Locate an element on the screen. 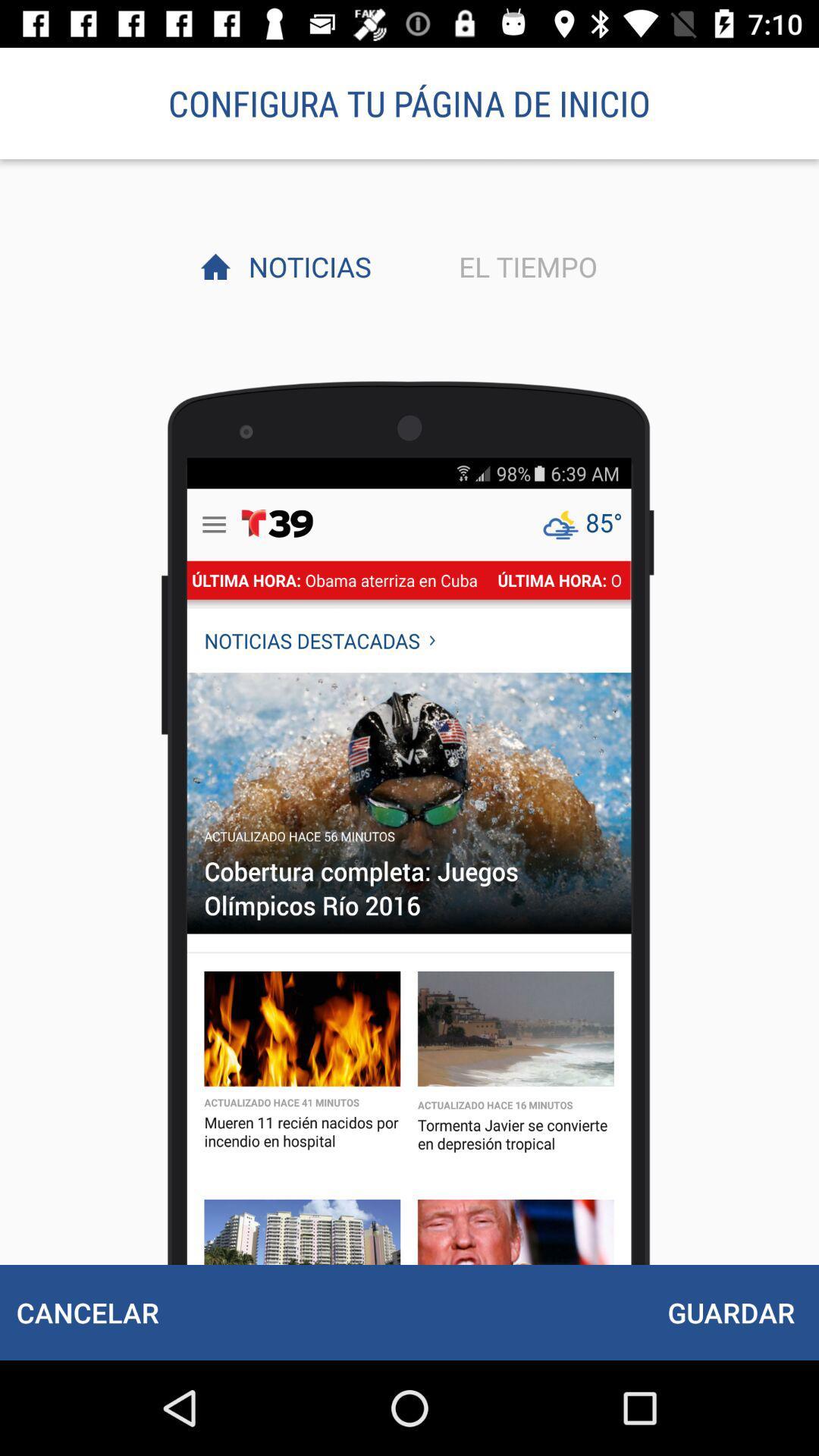  the cancelar icon is located at coordinates (87, 1312).